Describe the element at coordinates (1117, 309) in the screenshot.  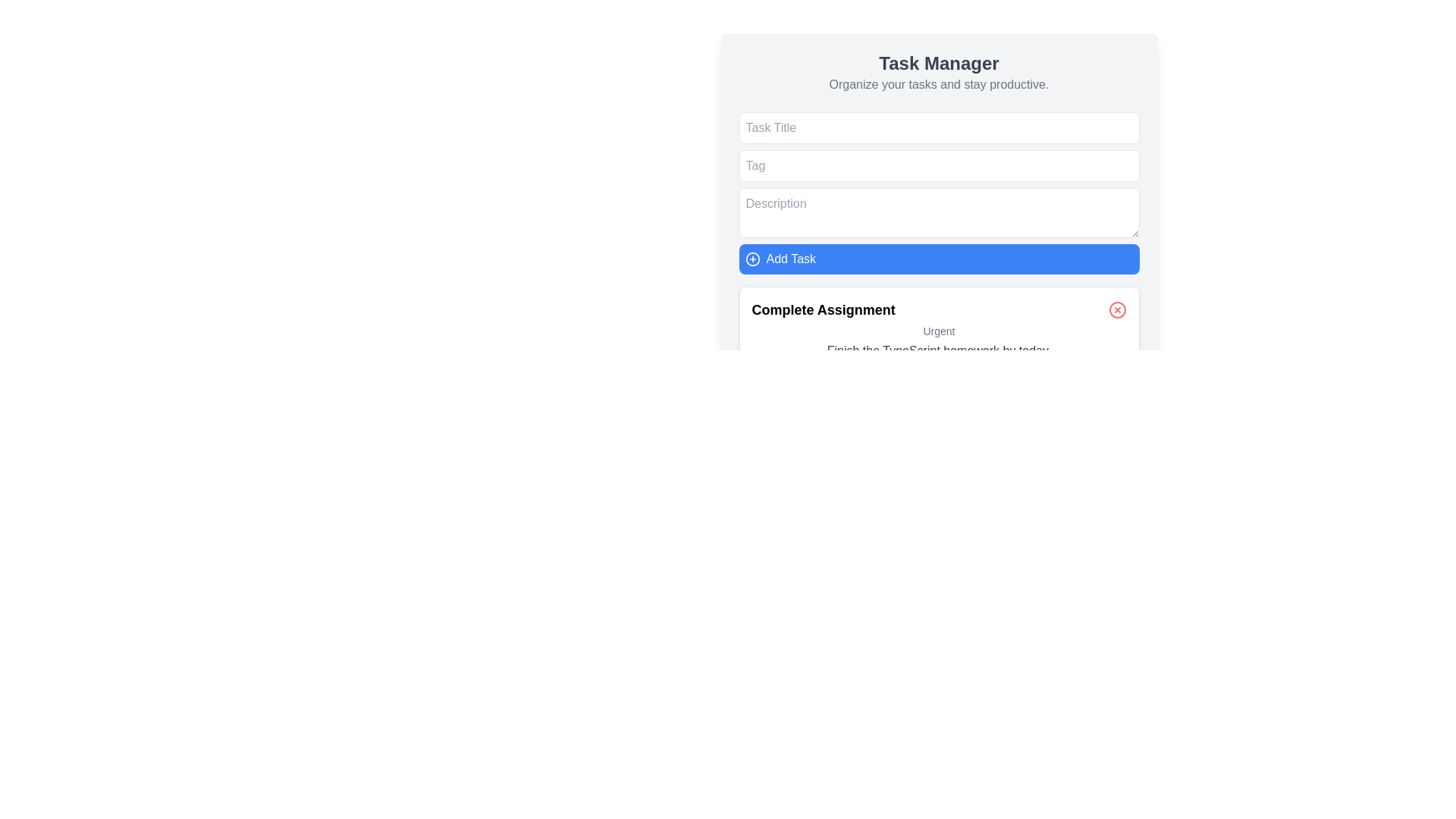
I see `the SVG circle that functions as a Close or Delete icon, located adjacent to the 'Complete Assignment' section` at that location.